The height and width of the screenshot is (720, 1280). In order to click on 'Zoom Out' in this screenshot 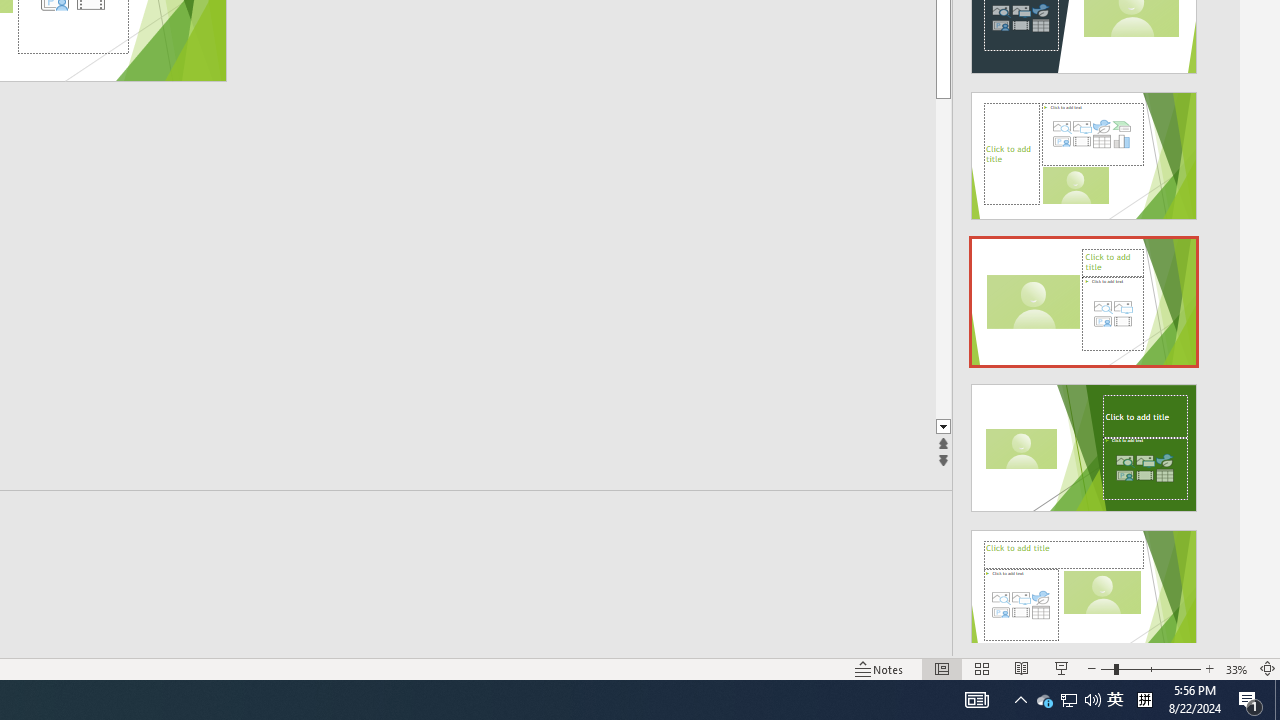, I will do `click(1106, 669)`.